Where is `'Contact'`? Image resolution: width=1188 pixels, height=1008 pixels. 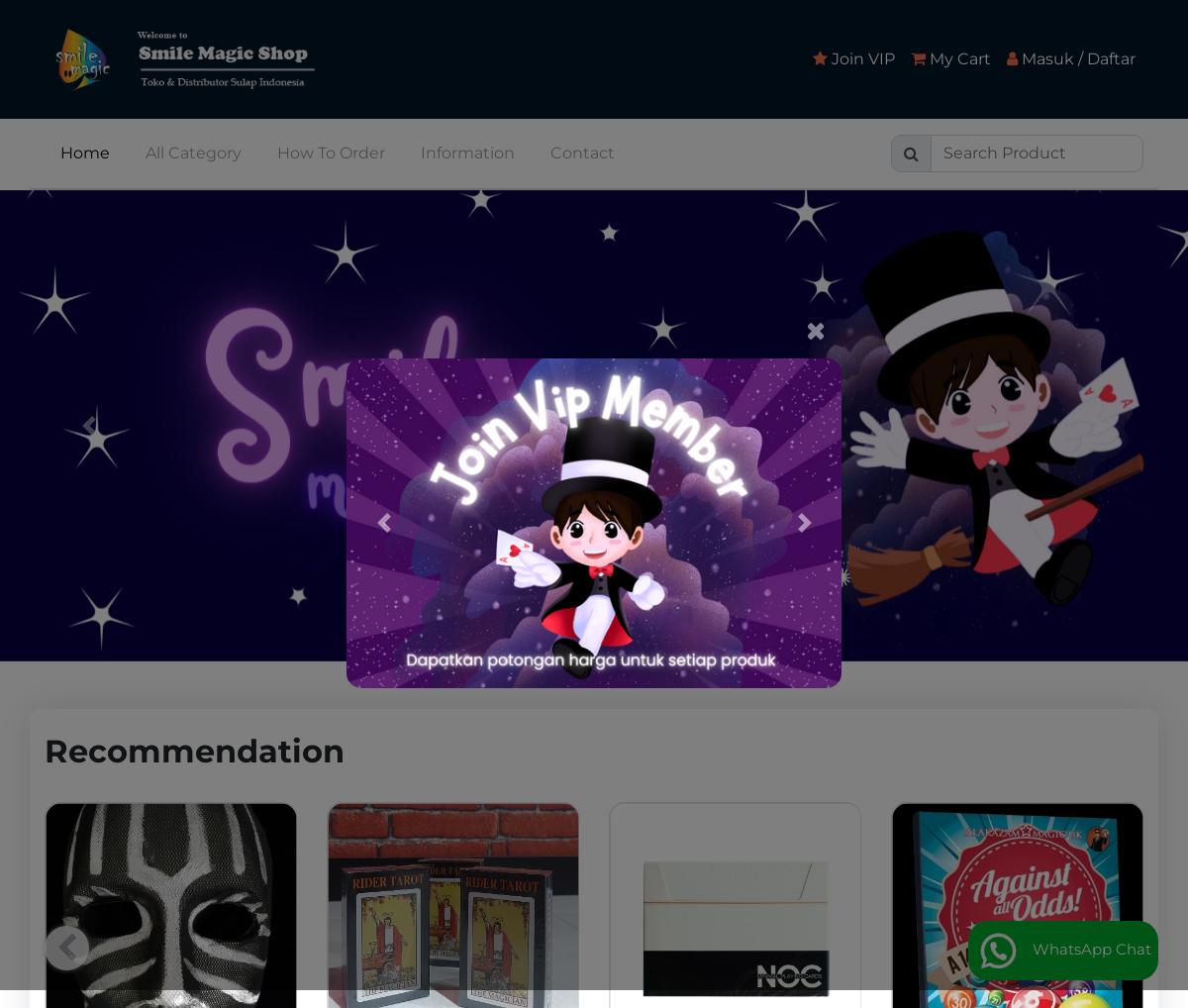 'Contact' is located at coordinates (548, 151).